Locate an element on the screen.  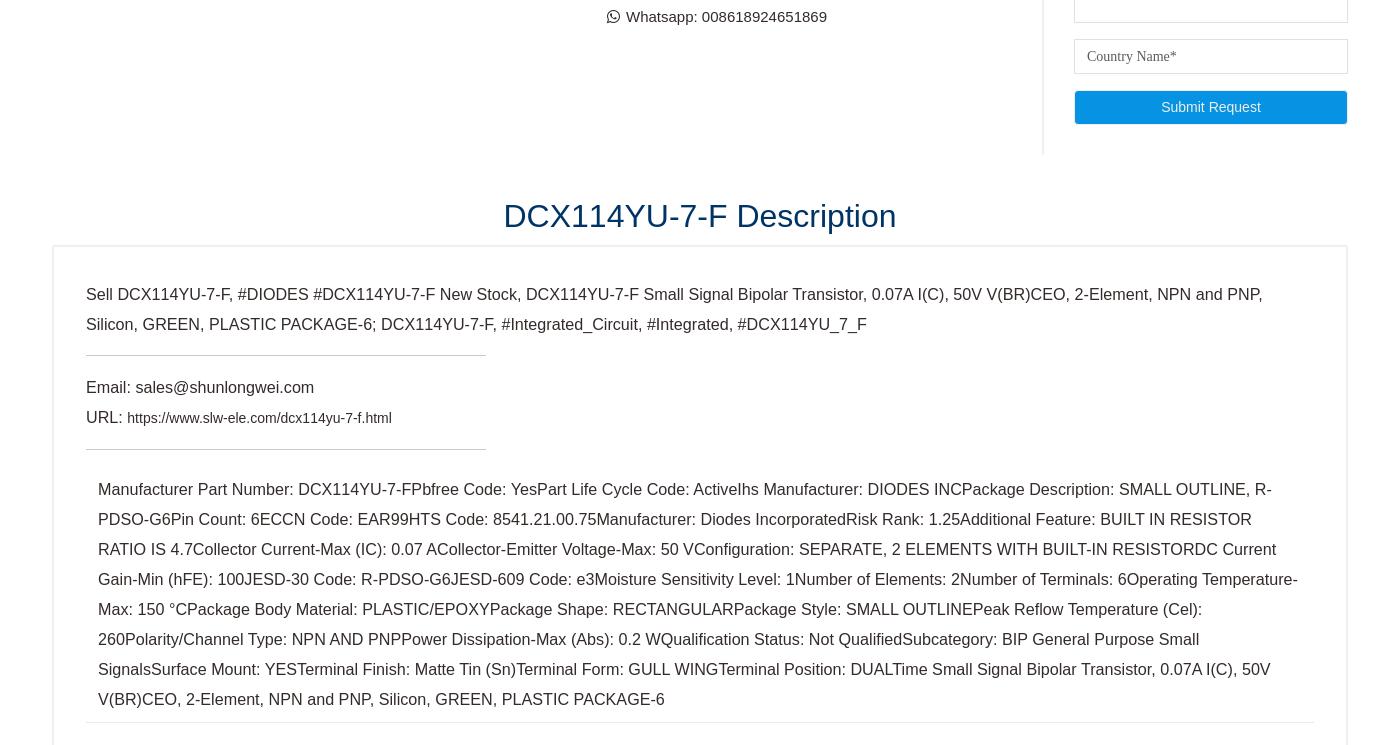
'Follow us on social networks' is located at coordinates (1021, 117).